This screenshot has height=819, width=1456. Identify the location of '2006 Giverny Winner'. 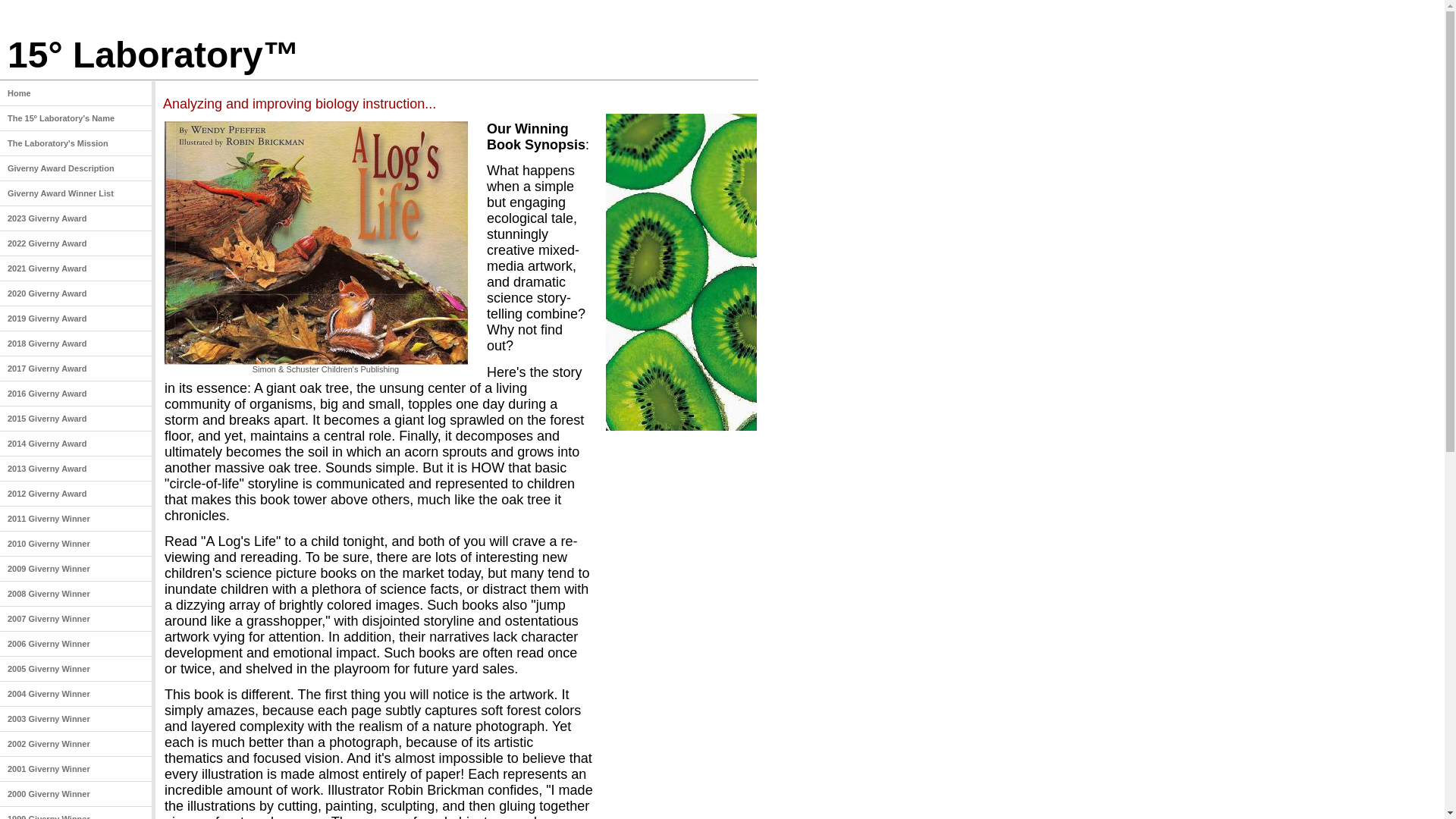
(75, 644).